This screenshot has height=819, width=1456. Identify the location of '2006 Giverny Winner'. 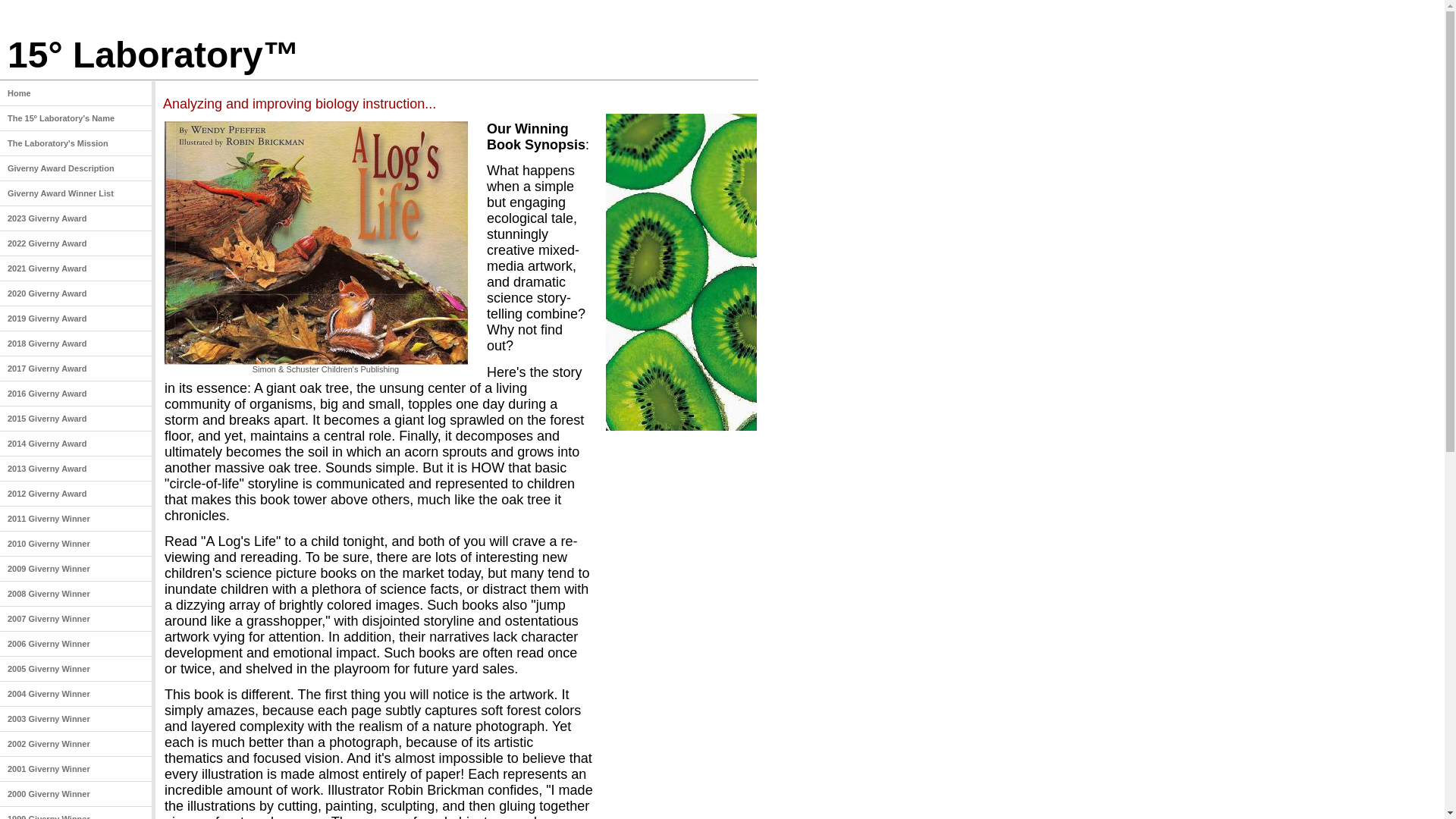
(75, 644).